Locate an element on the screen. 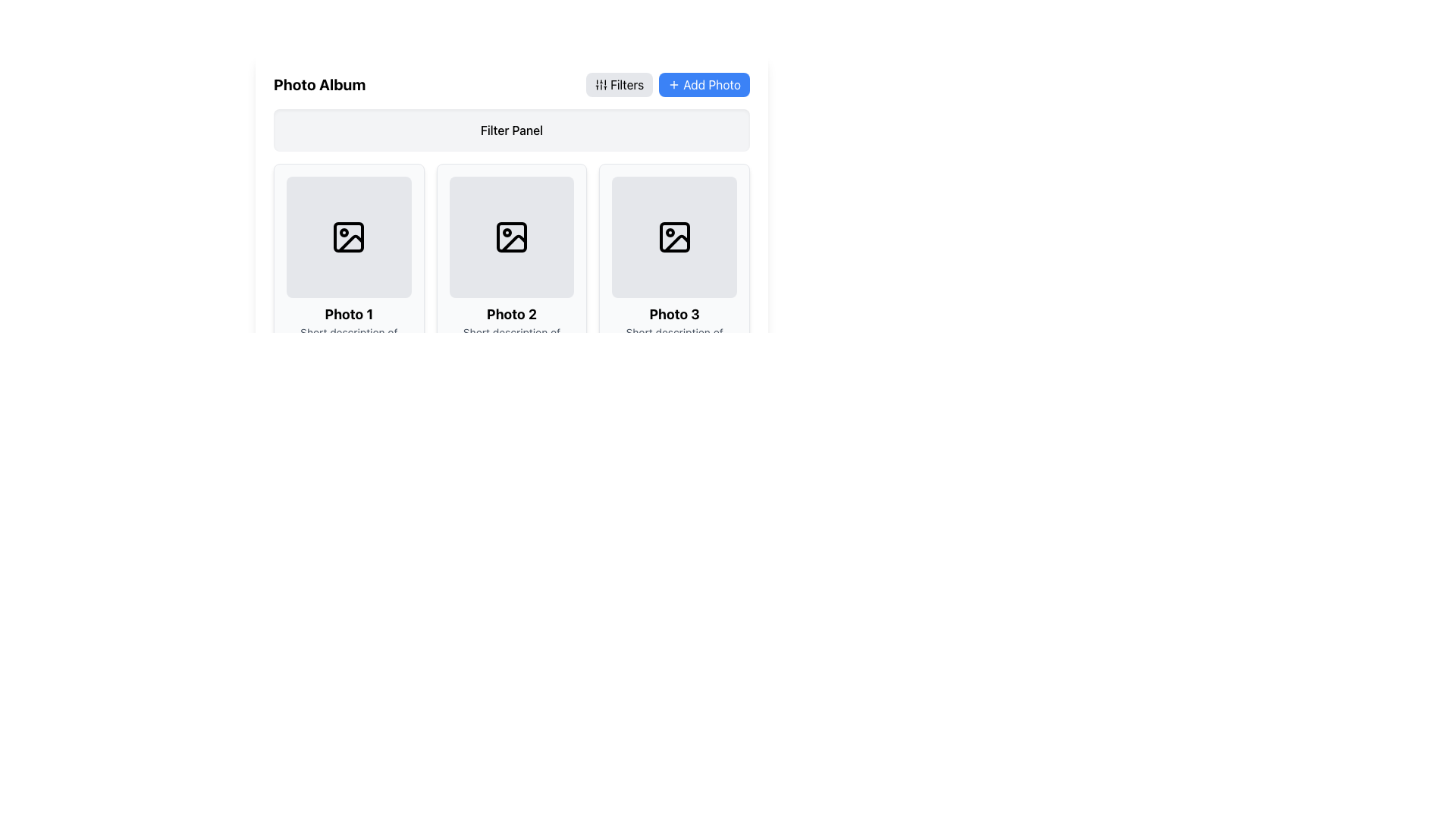 This screenshot has height=819, width=1456. the photo area of the rectangular card with a light gray background and the title 'Photo 3' in the 'Photo Album' section is located at coordinates (673, 265).